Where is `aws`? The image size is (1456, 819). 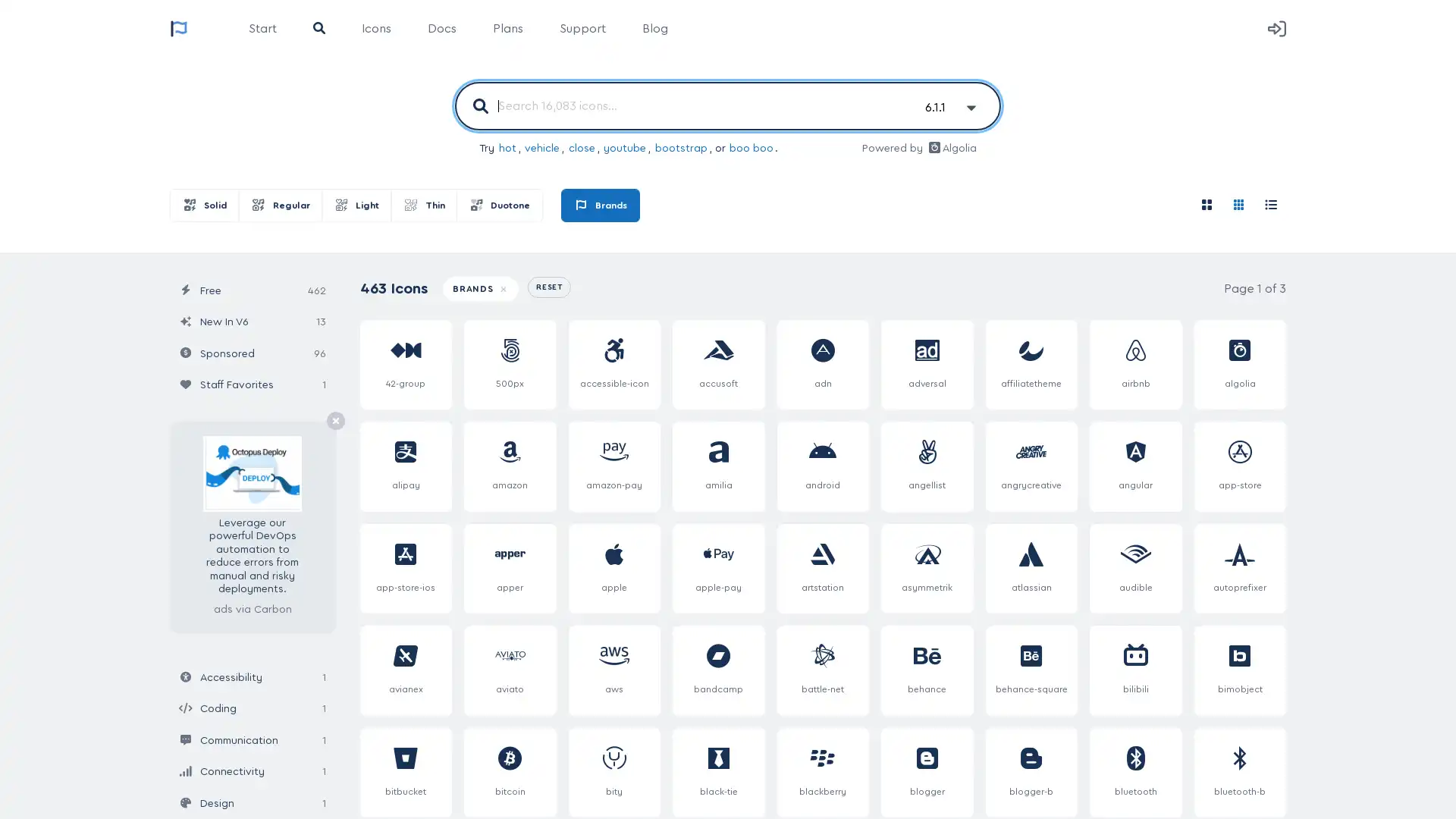 aws is located at coordinates (614, 680).